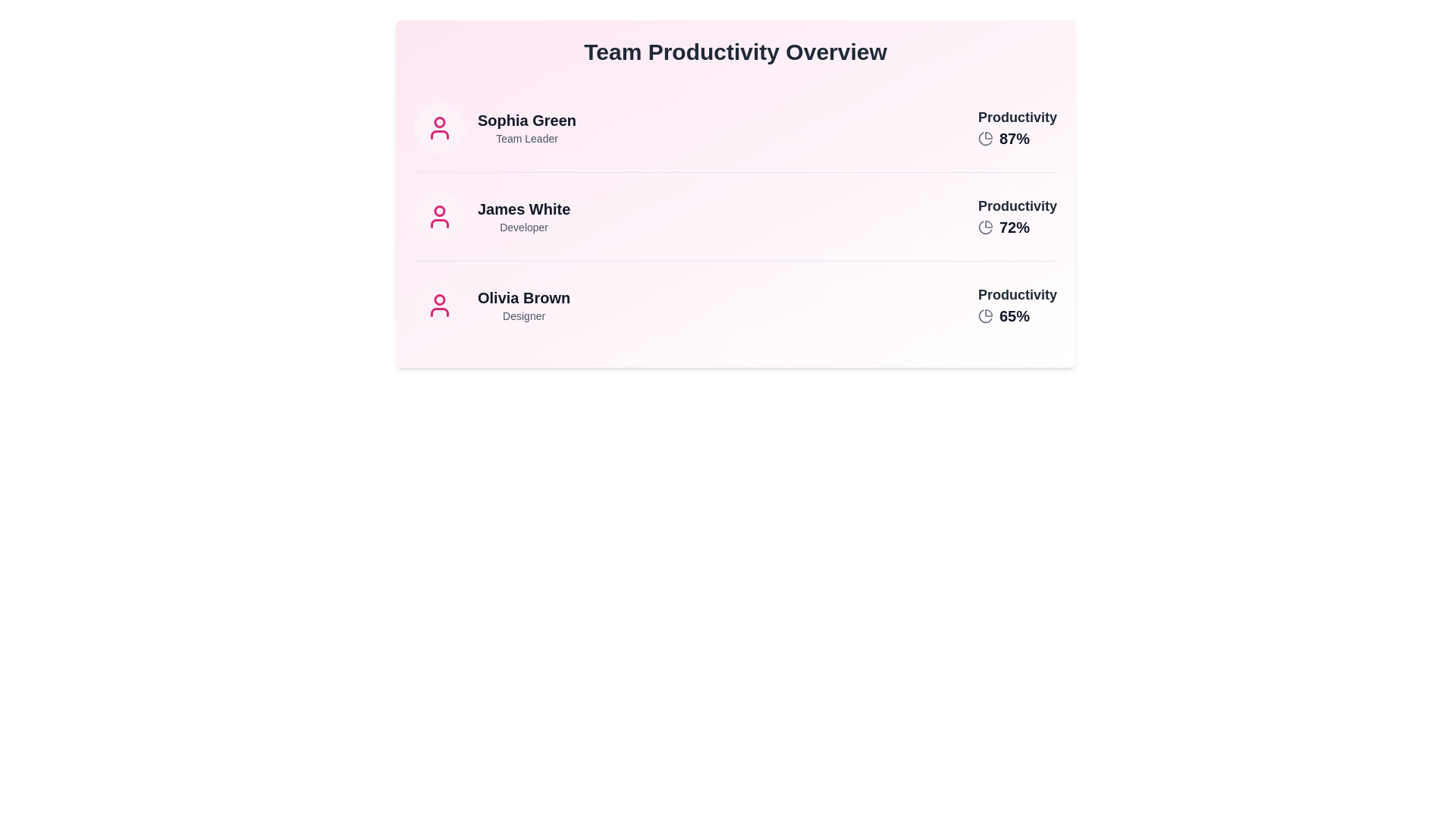  What do you see at coordinates (1017, 227) in the screenshot?
I see `the pie chart icon representing the productivity percentage of the user 'James White' in the second row of the 'Team Productivity Overview'` at bounding box center [1017, 227].